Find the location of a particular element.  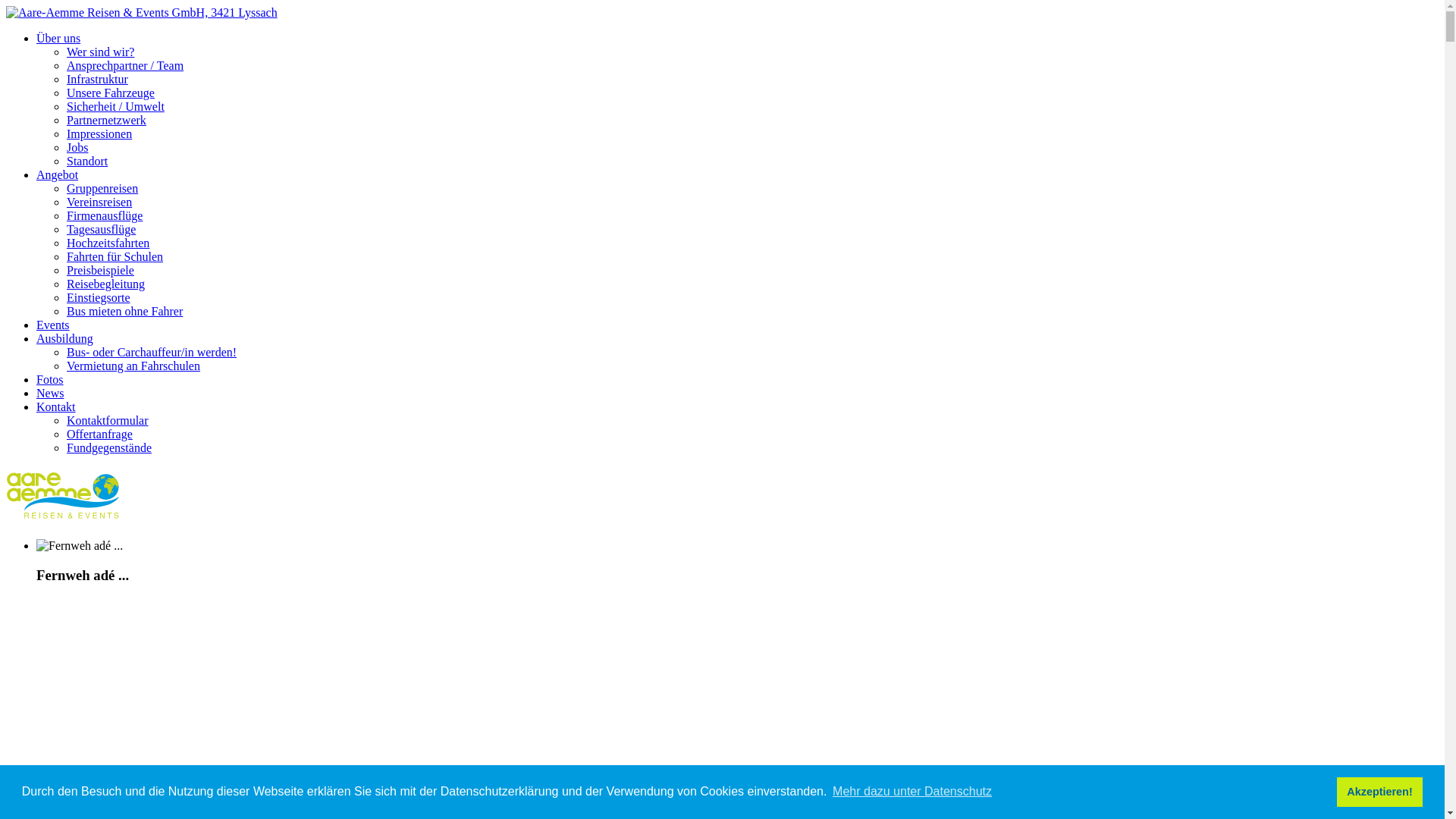

'Bus mieten ohne Fahrer' is located at coordinates (124, 310).